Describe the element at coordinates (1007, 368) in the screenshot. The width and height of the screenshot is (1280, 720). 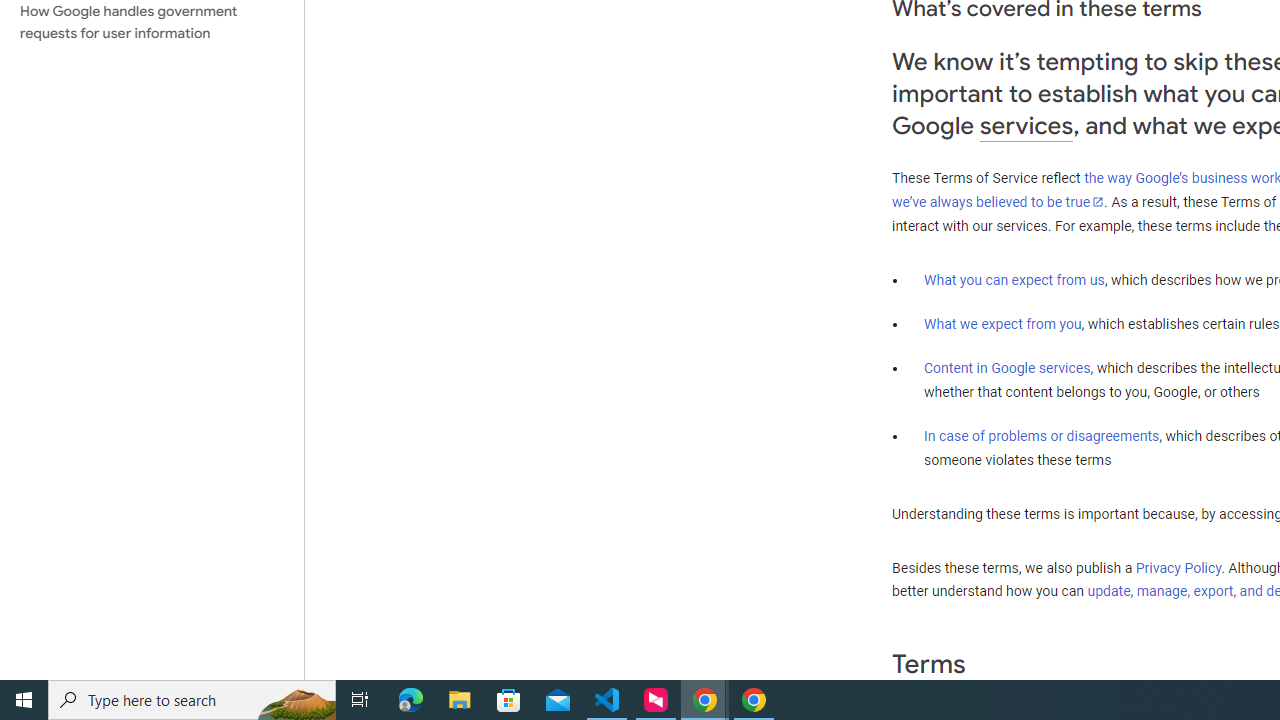
I see `'Content in Google services'` at that location.